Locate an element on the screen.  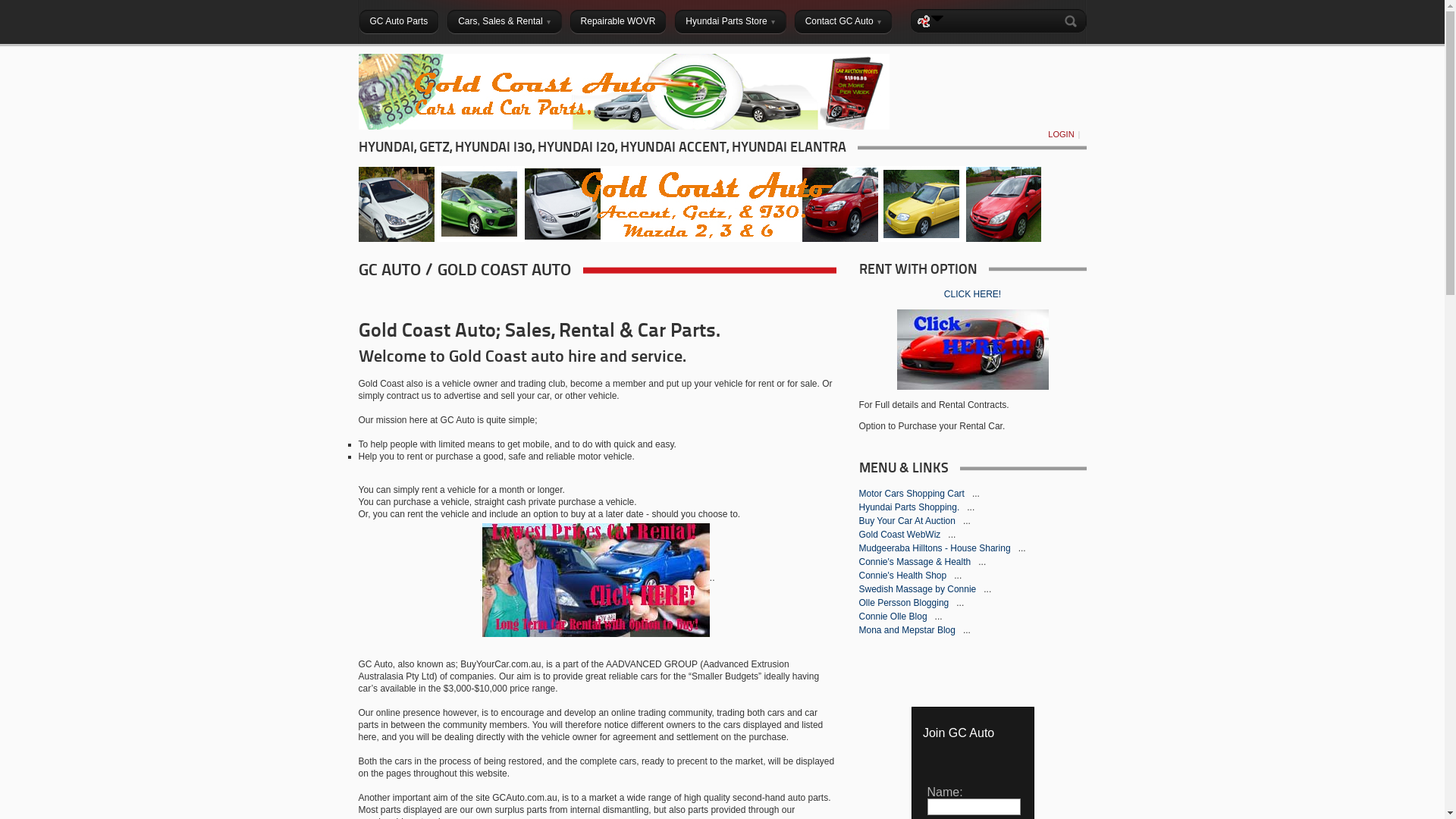
'Rental & Options' is located at coordinates (595, 579).